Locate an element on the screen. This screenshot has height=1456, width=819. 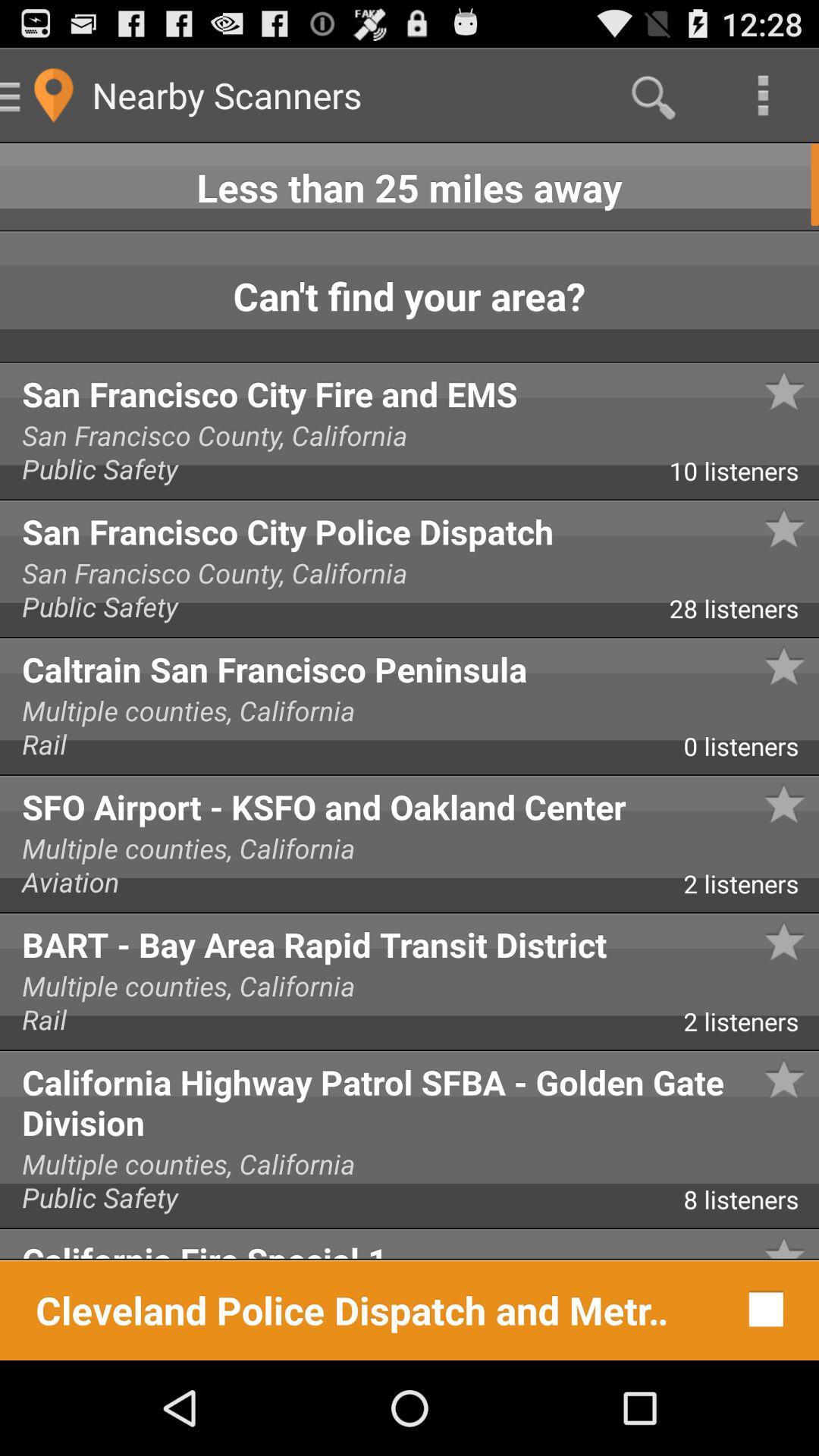
item below 2 listeners icon is located at coordinates (409, 1098).